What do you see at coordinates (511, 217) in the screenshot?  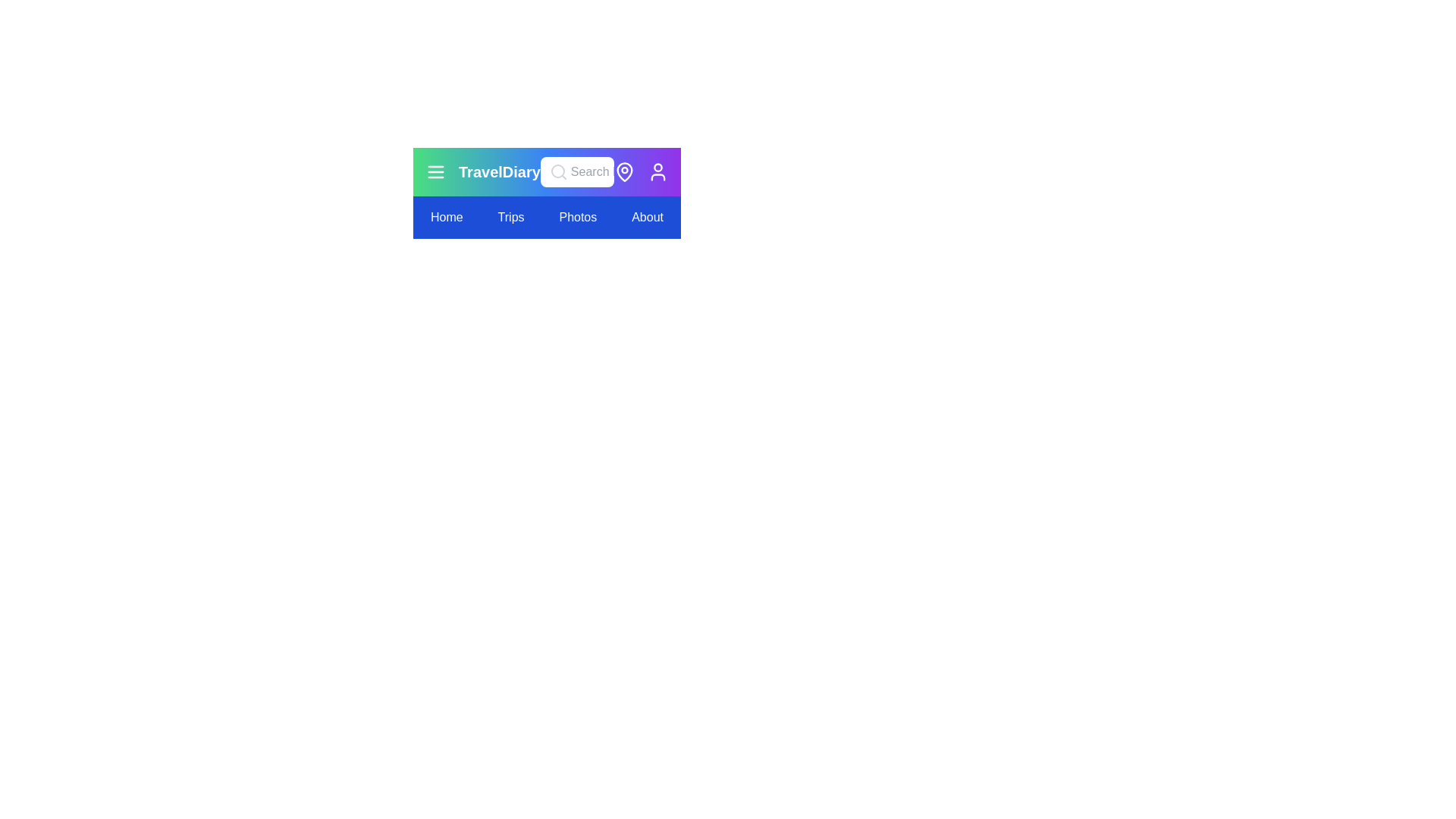 I see `the navigation menu item Trips to navigate to the respective section` at bounding box center [511, 217].